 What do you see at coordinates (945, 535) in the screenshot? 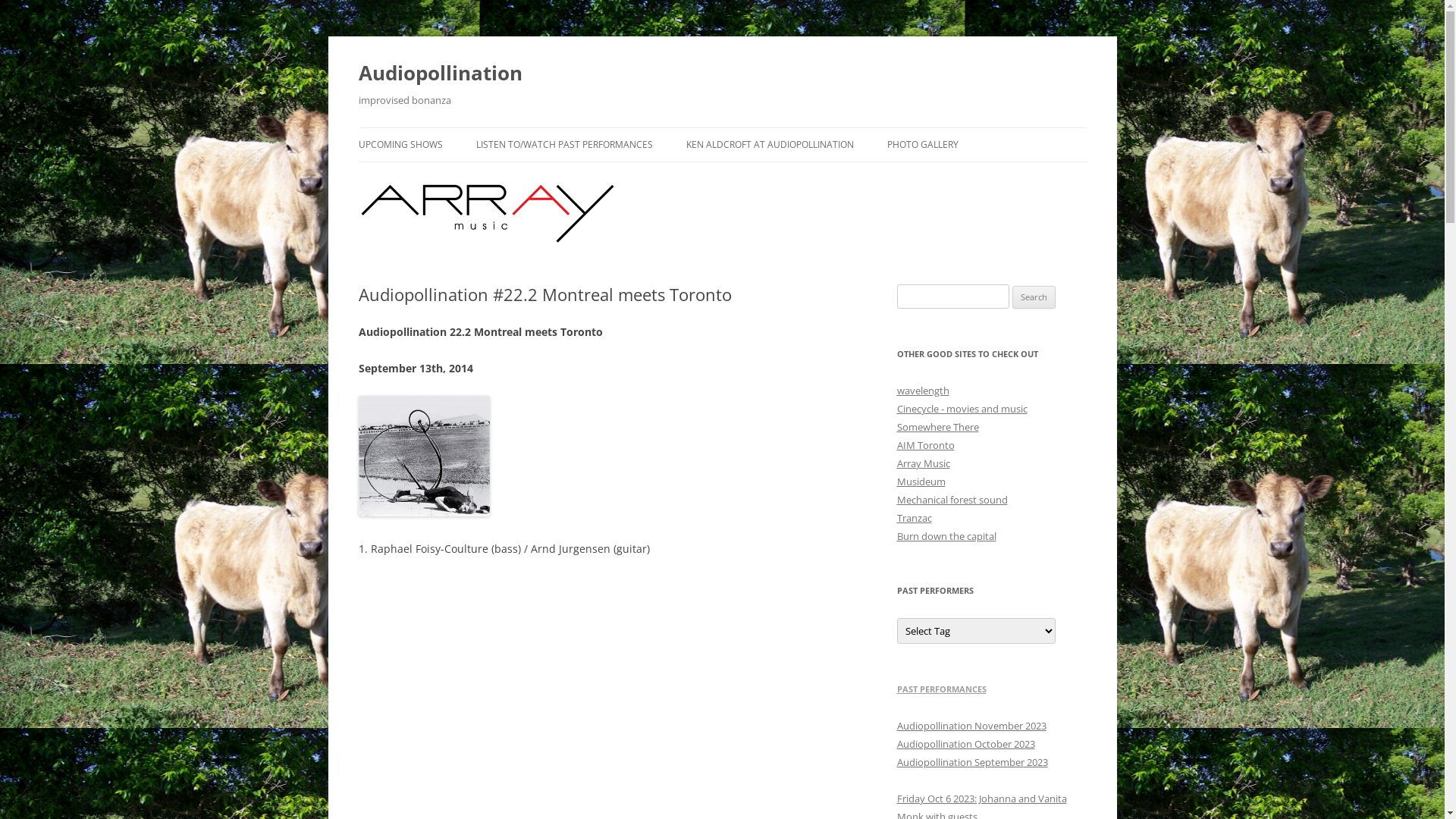
I see `'Burn down the capital'` at bounding box center [945, 535].